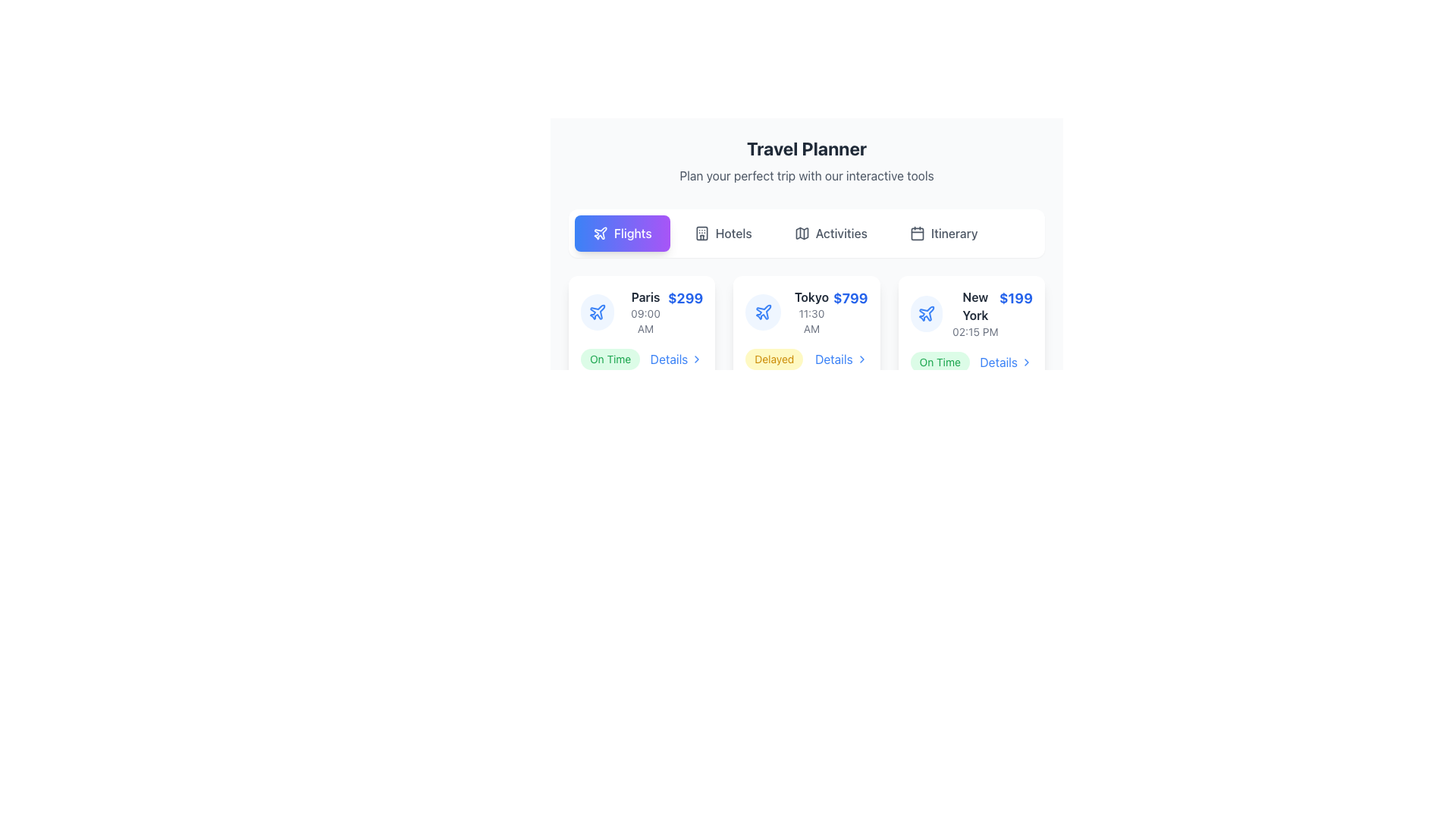 The width and height of the screenshot is (1456, 819). Describe the element at coordinates (696, 359) in the screenshot. I see `the rightmost icon in the 'Details' group below the 'Paris' flight card to expand further details related to the flight entry` at that location.